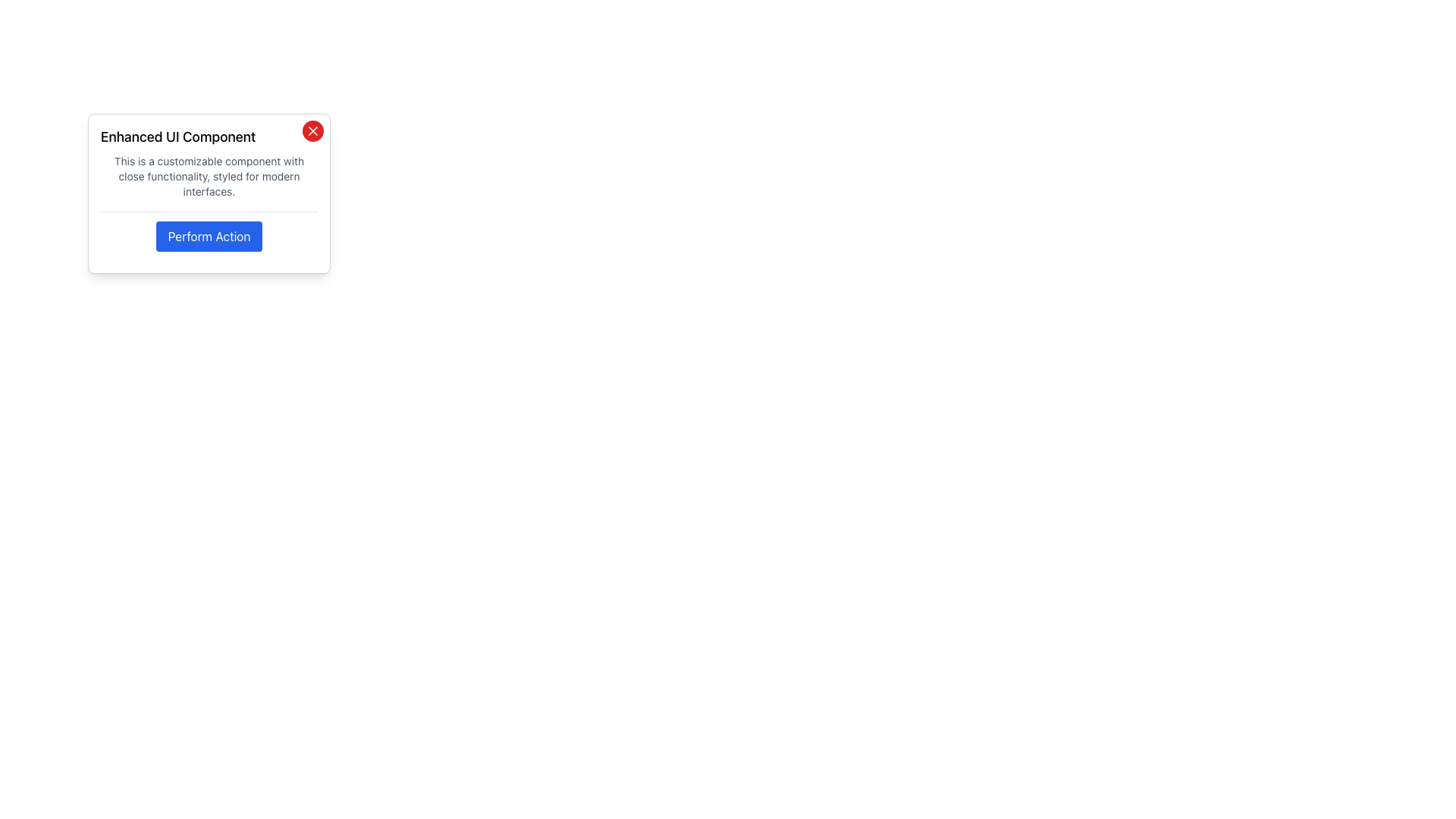 The width and height of the screenshot is (1456, 819). I want to click on keyboard navigation, so click(312, 130).